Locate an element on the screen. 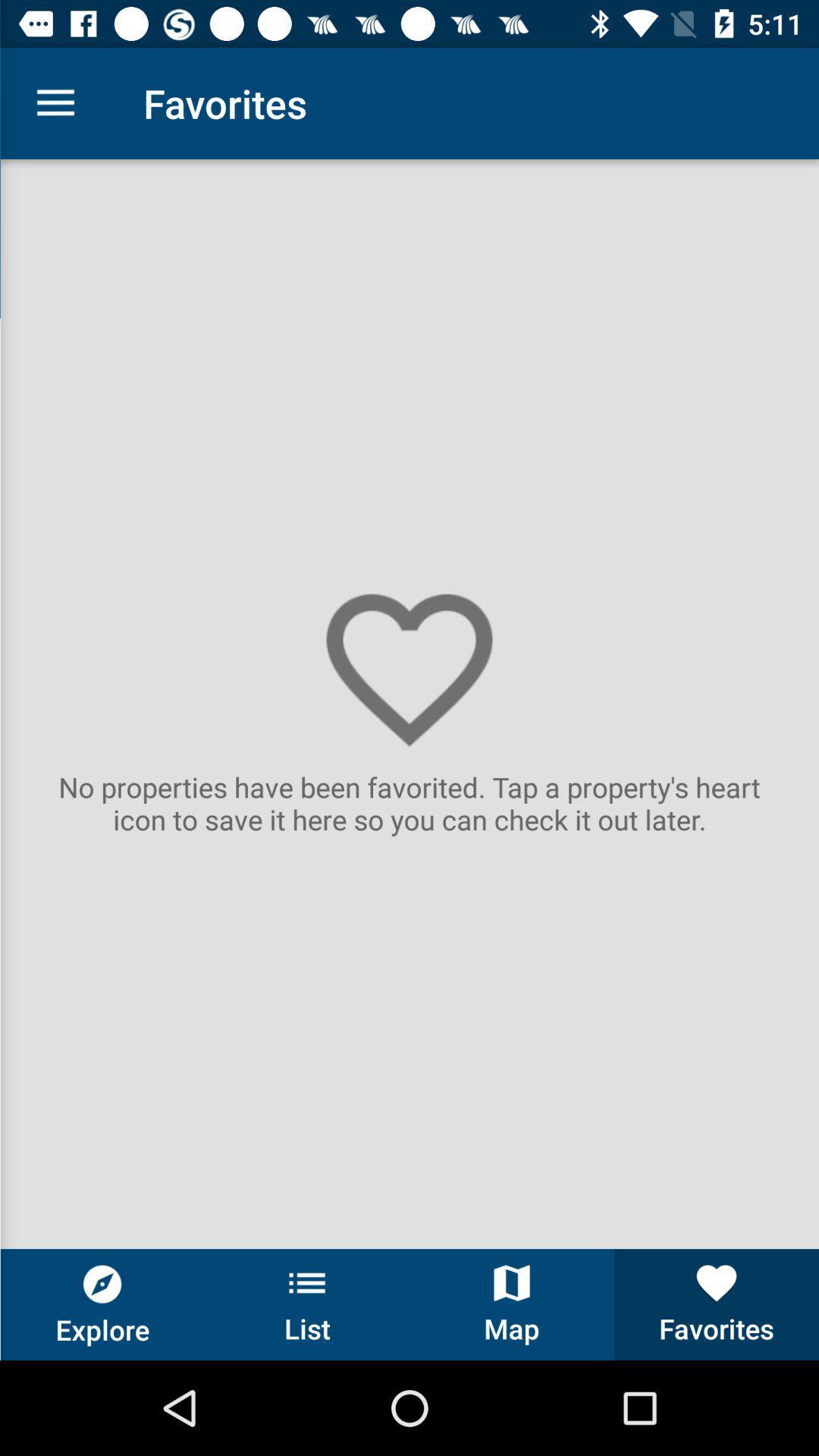  the item to the left of the favorites is located at coordinates (55, 102).